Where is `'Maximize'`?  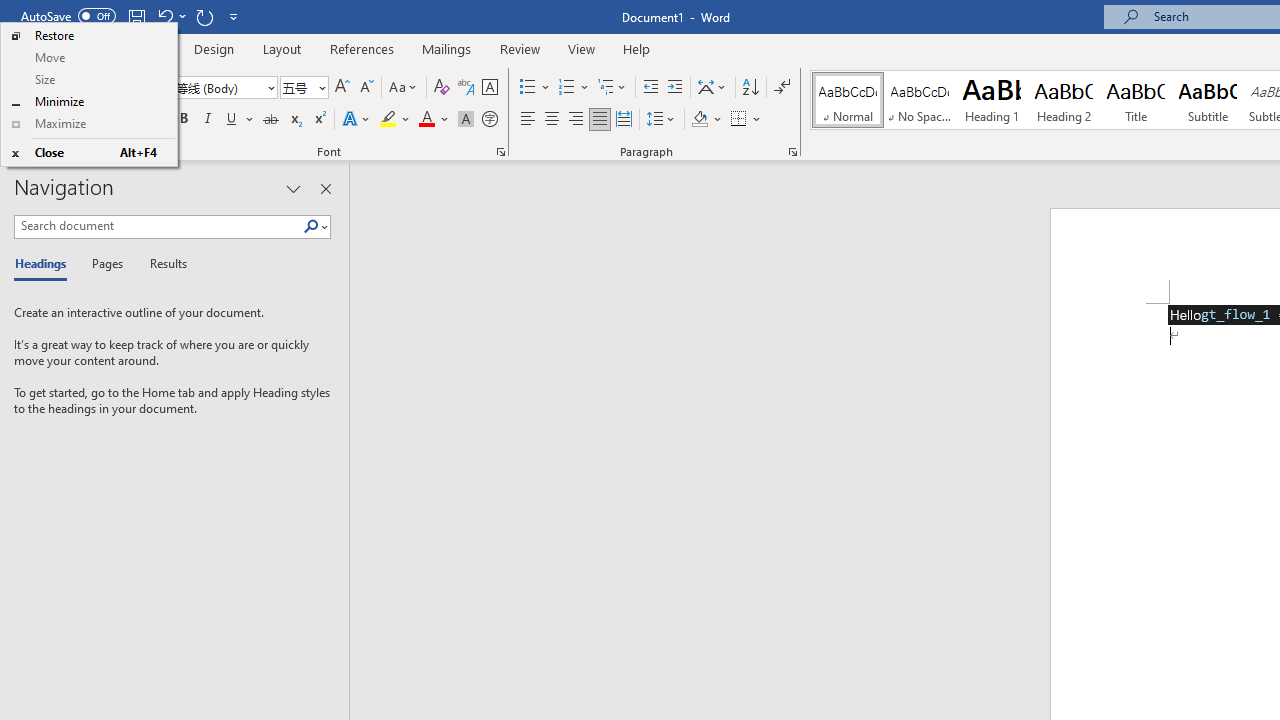
'Maximize' is located at coordinates (87, 124).